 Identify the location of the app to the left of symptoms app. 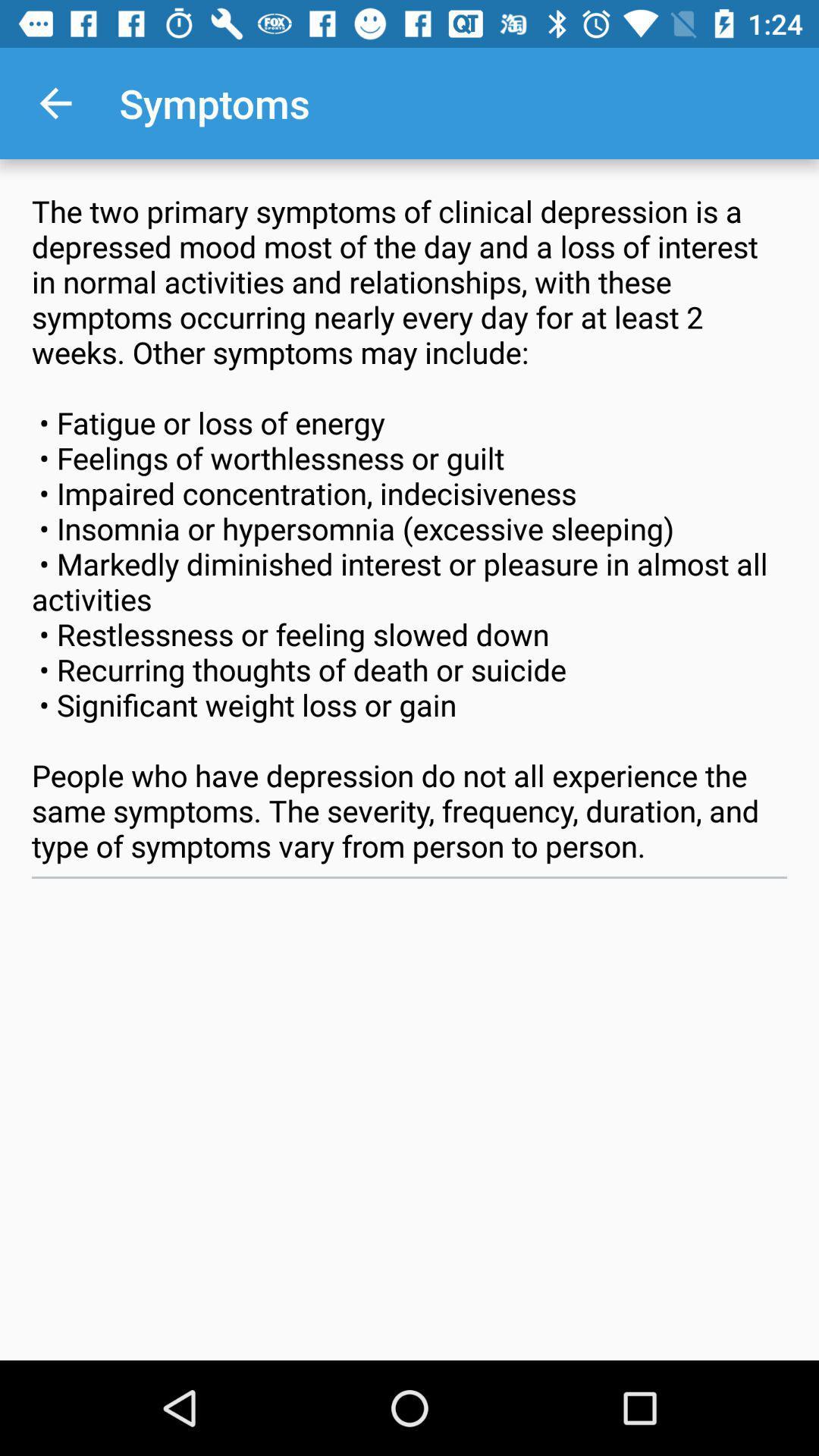
(55, 102).